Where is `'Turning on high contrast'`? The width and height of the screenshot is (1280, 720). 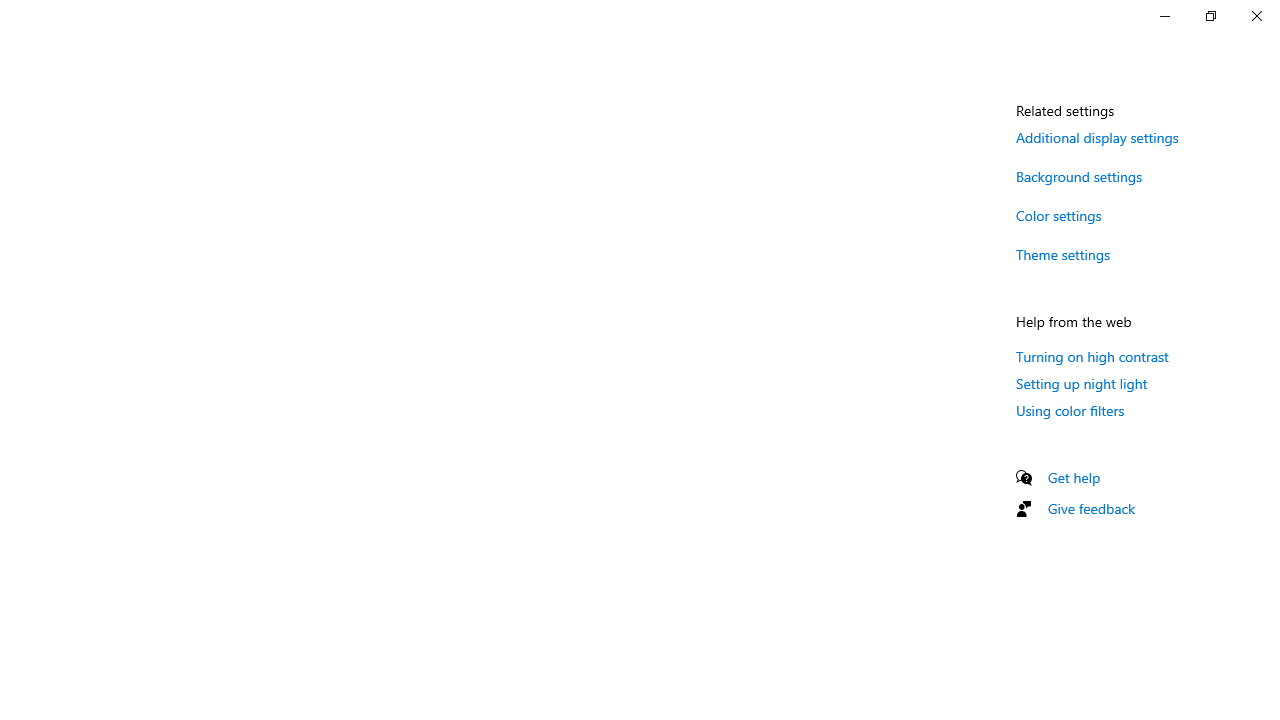
'Turning on high contrast' is located at coordinates (1091, 355).